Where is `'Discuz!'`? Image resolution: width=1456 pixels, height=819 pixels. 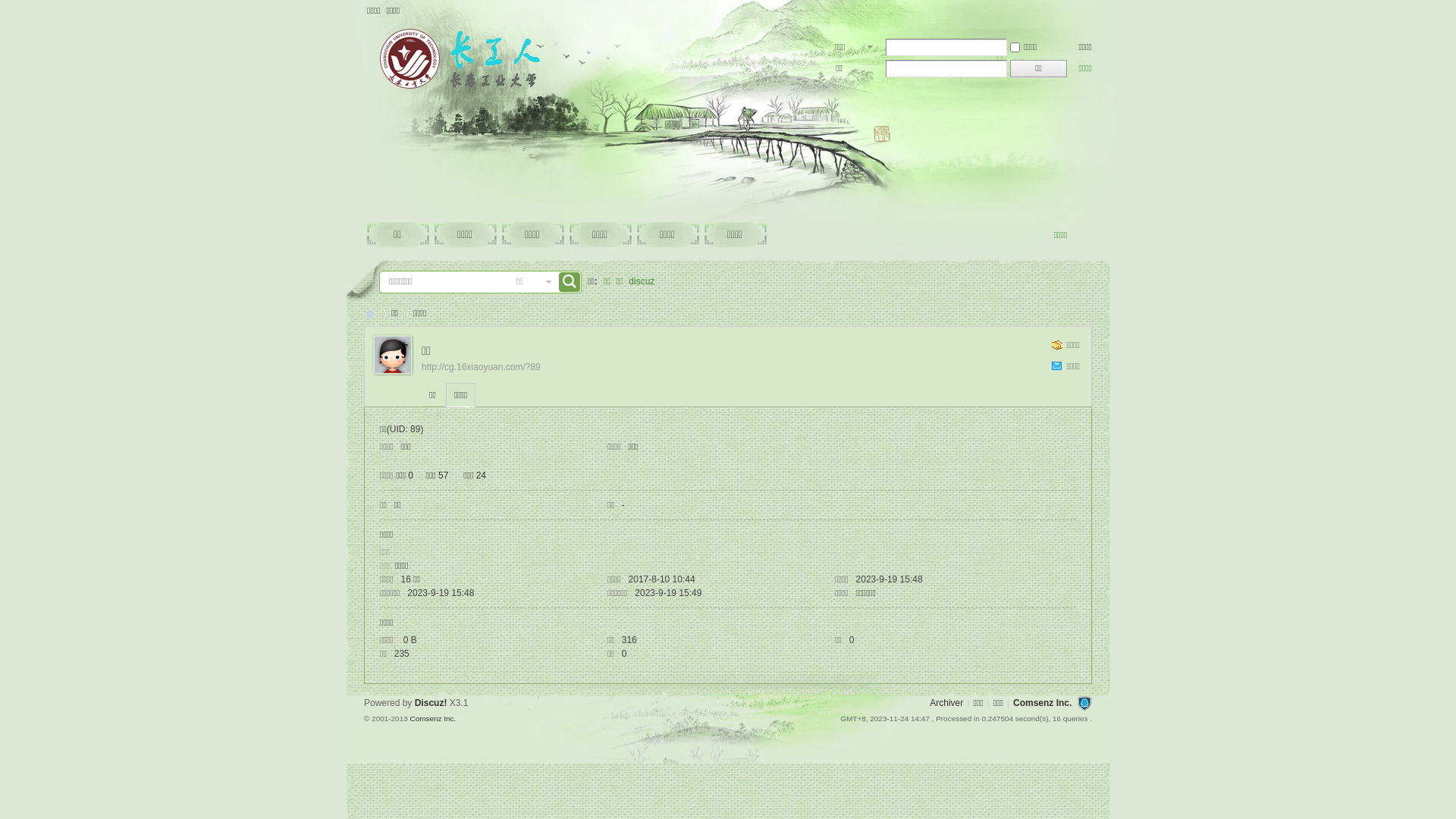
'Discuz!' is located at coordinates (430, 702).